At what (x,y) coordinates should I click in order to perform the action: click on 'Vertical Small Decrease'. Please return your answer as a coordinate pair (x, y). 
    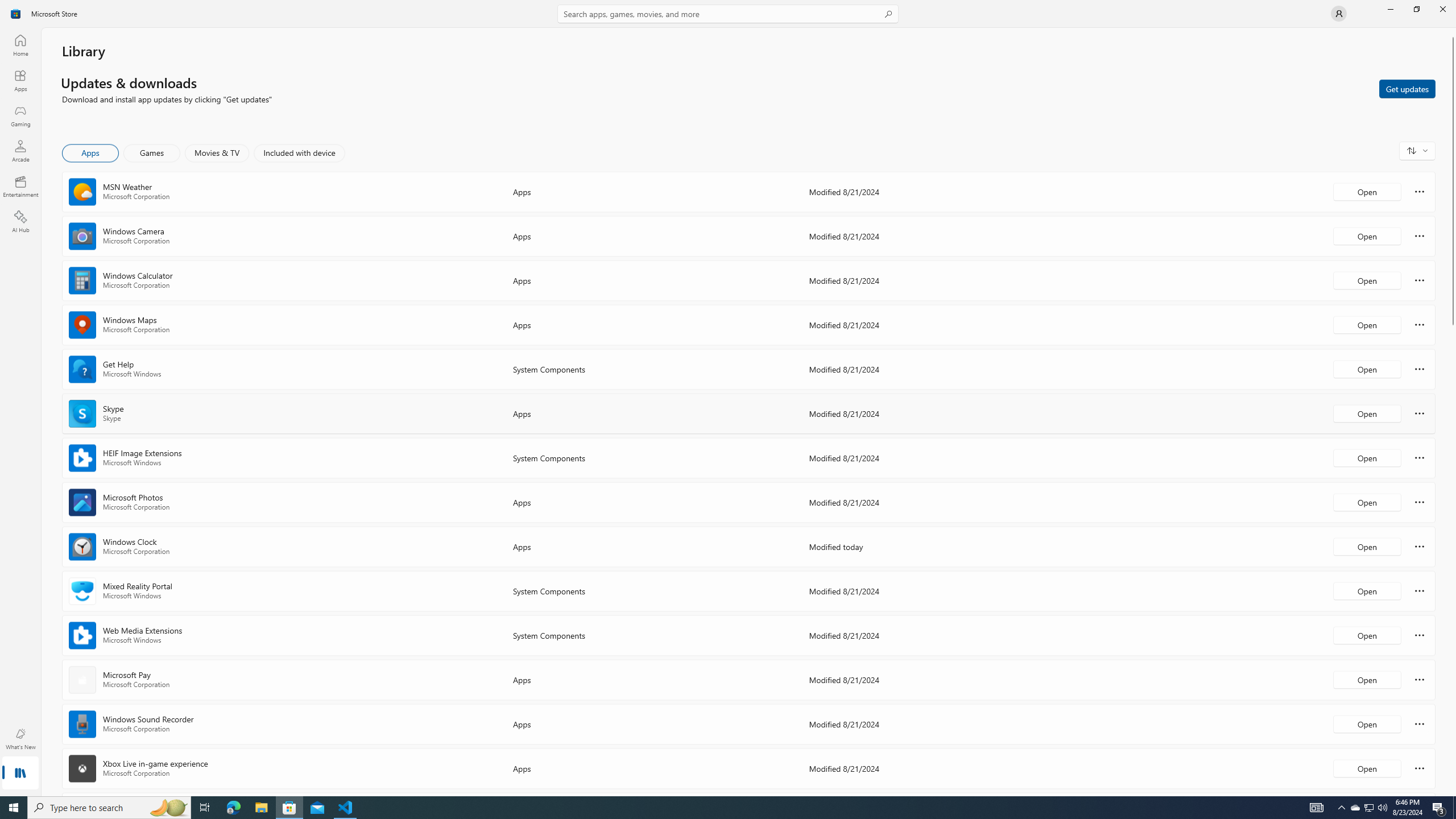
    Looking at the image, I should click on (1451, 31).